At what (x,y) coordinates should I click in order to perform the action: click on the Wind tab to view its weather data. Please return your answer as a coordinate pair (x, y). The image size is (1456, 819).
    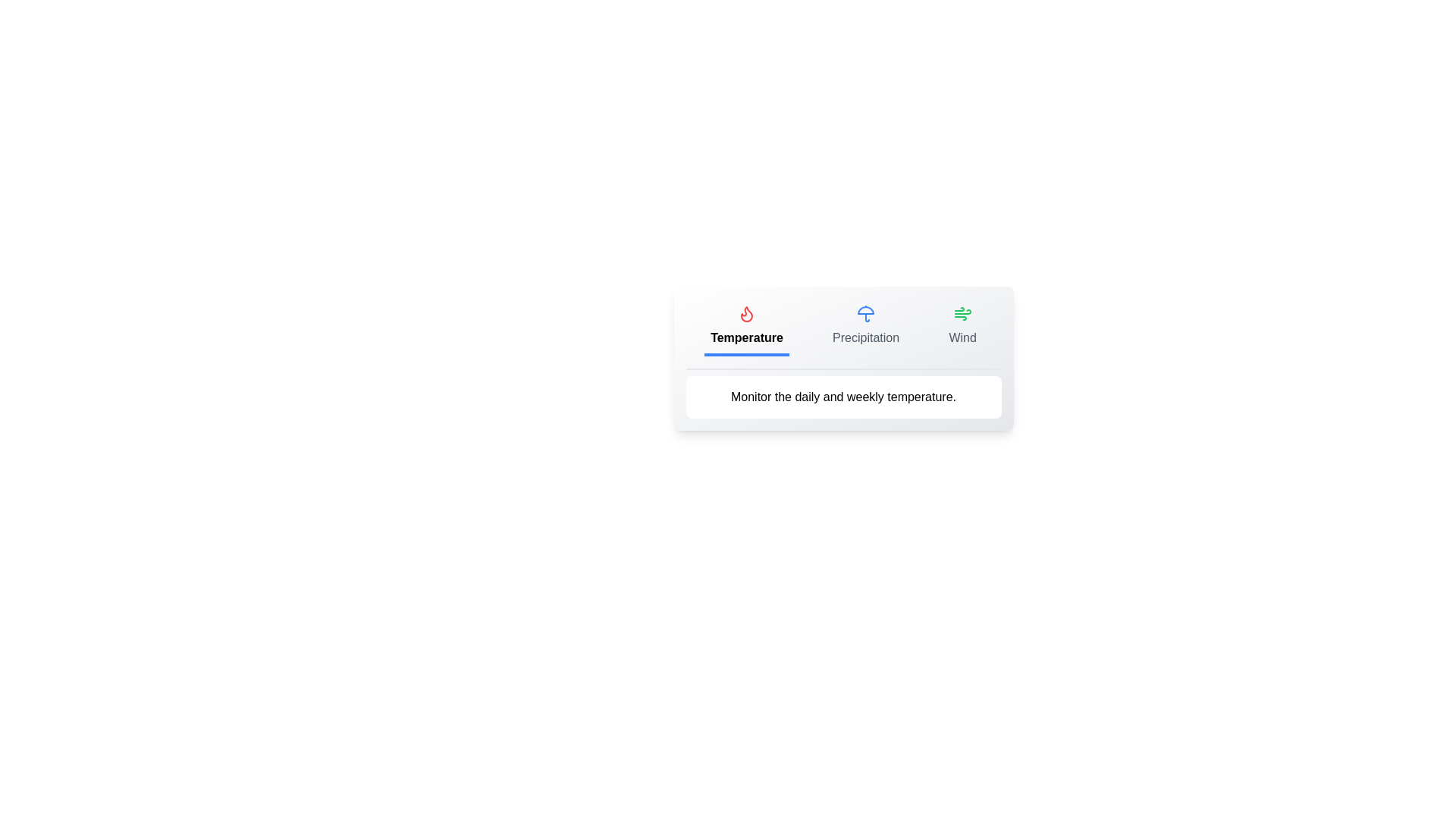
    Looking at the image, I should click on (962, 327).